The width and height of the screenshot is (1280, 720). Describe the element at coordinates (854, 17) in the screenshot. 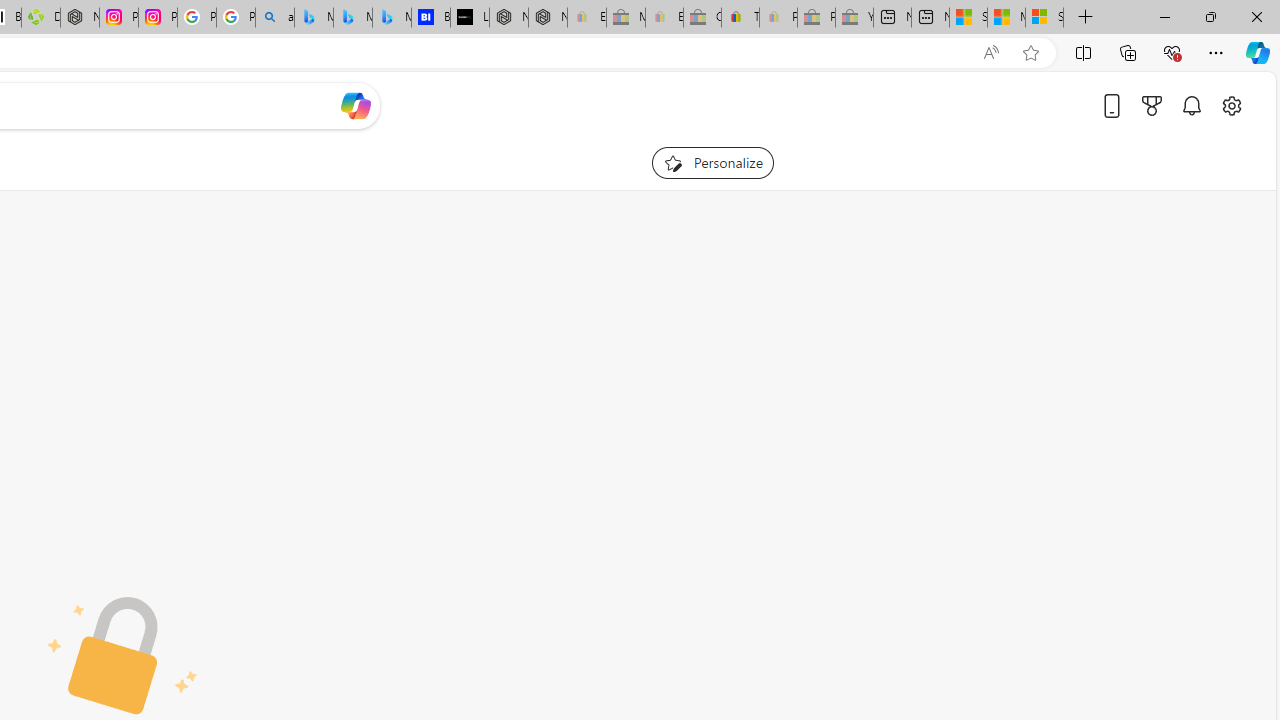

I see `'Yard, Garden & Outdoor Living - Sleeping'` at that location.